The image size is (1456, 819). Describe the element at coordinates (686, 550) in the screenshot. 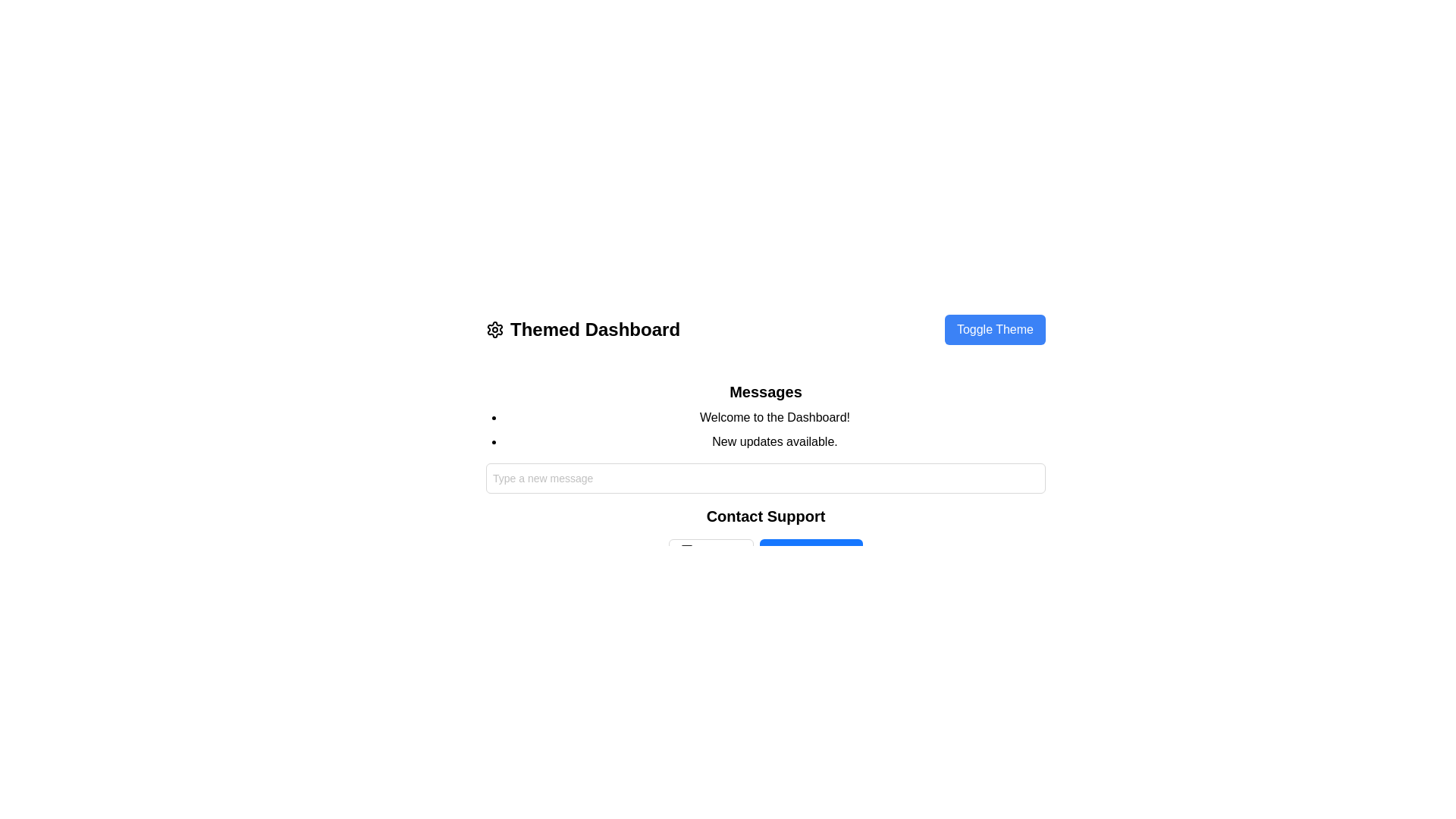

I see `the small mail icon, which is centrally positioned below the 'Contact Support' label` at that location.